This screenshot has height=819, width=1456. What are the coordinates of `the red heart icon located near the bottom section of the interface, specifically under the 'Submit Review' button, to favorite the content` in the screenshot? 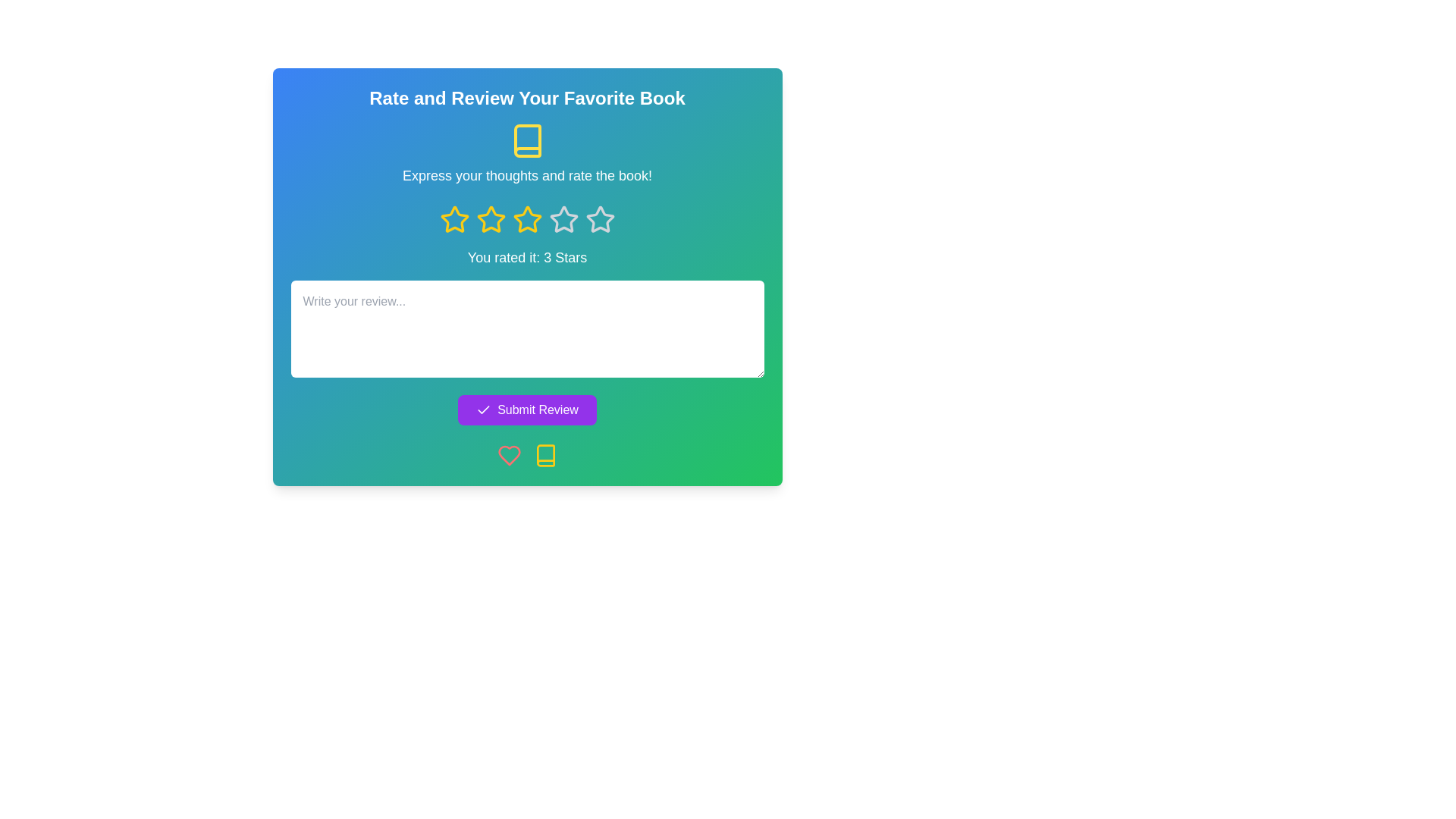 It's located at (509, 455).